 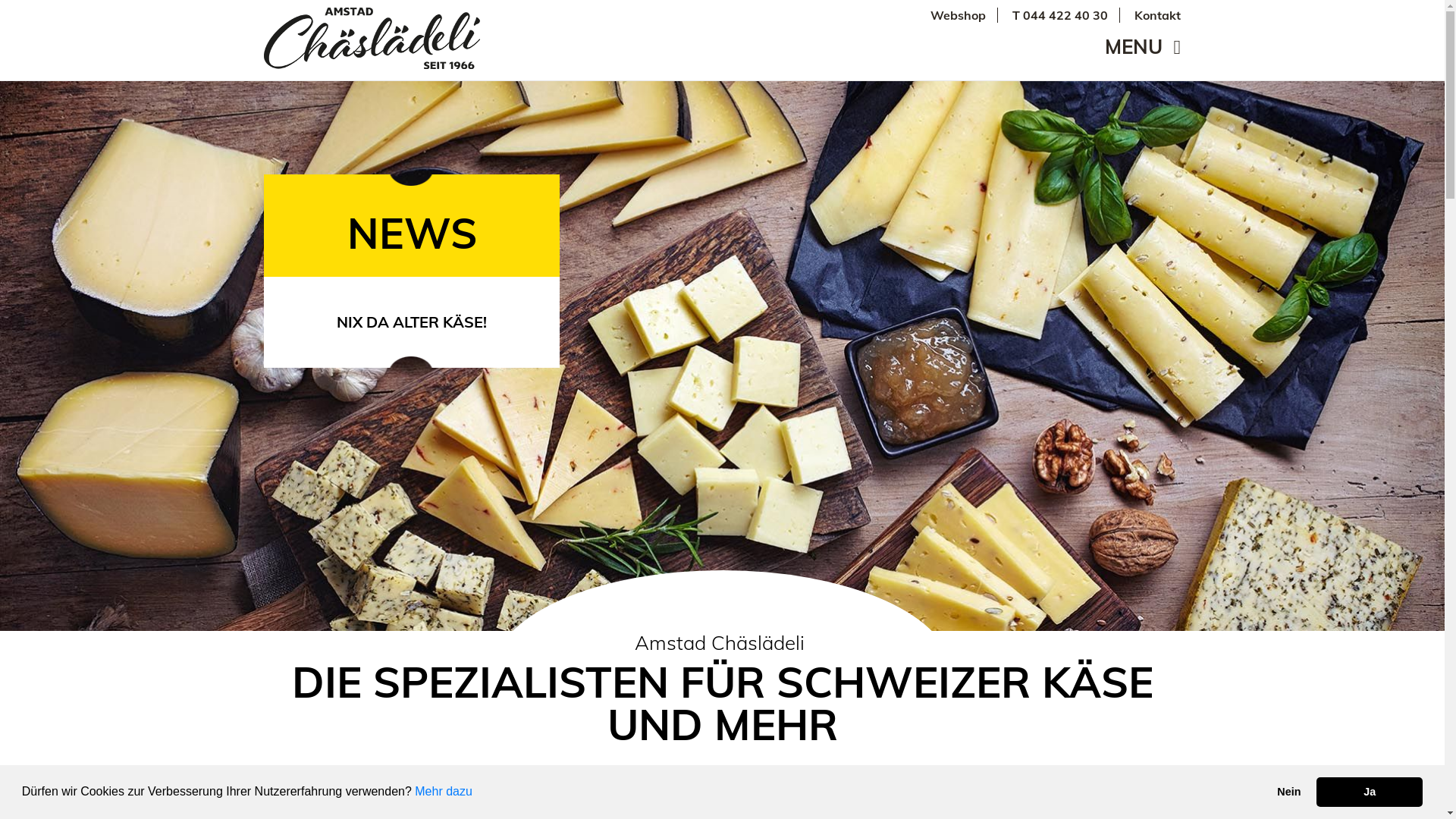 I want to click on 'Ja', so click(x=1369, y=791).